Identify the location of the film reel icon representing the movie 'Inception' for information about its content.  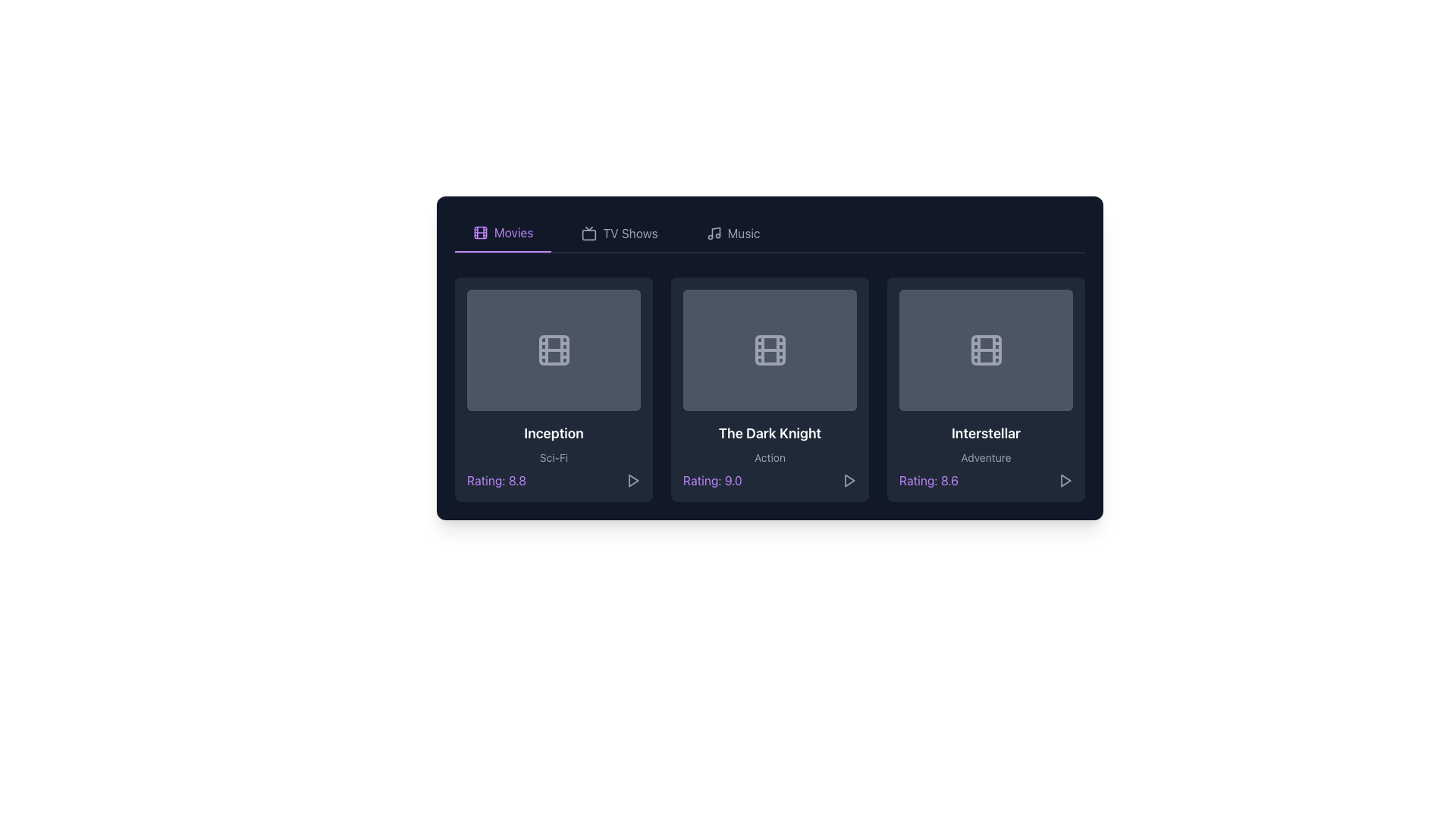
(553, 350).